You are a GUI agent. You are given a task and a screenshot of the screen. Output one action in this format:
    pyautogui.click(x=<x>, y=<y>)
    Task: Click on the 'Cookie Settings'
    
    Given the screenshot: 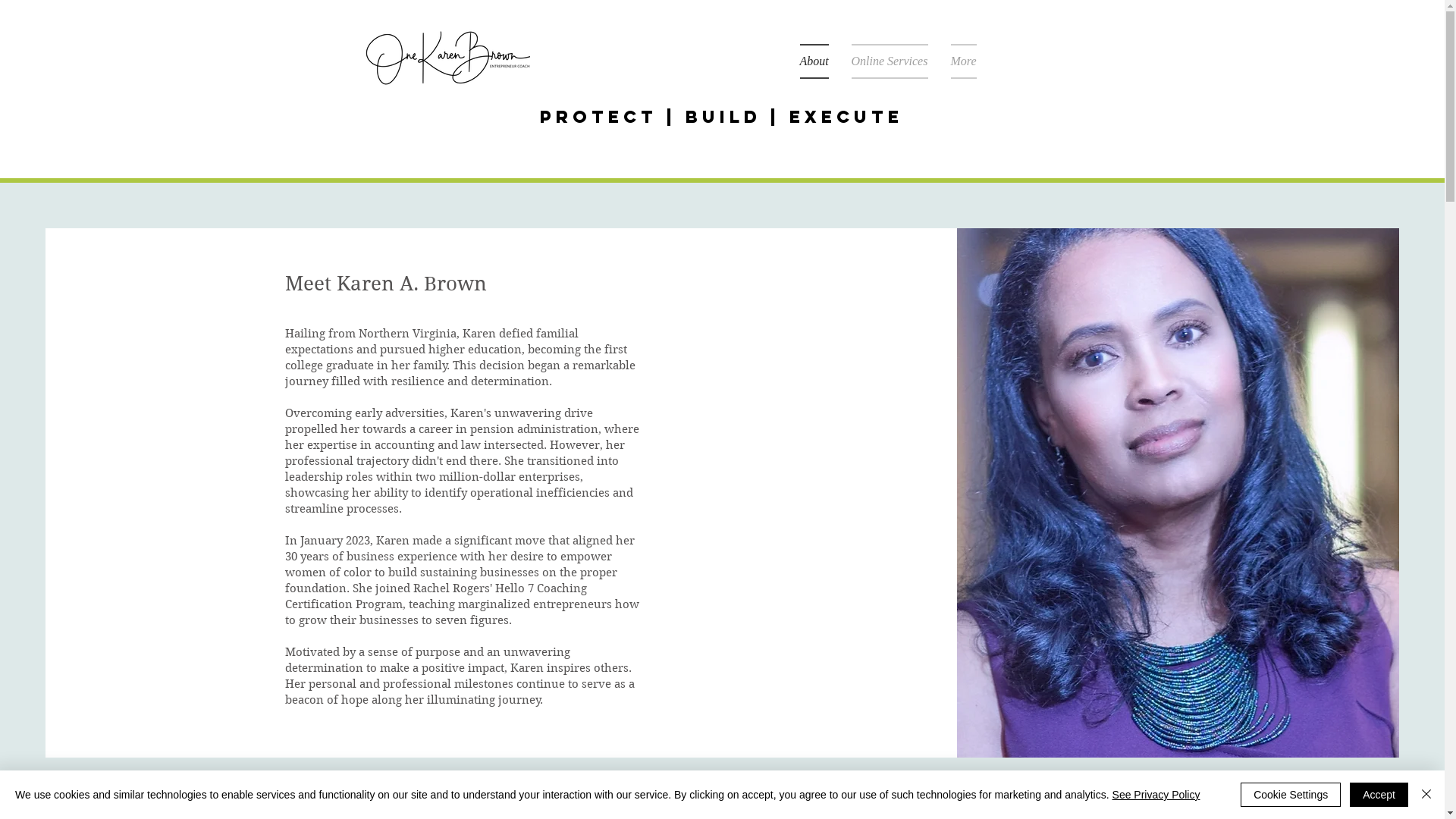 What is the action you would take?
    pyautogui.click(x=1290, y=794)
    